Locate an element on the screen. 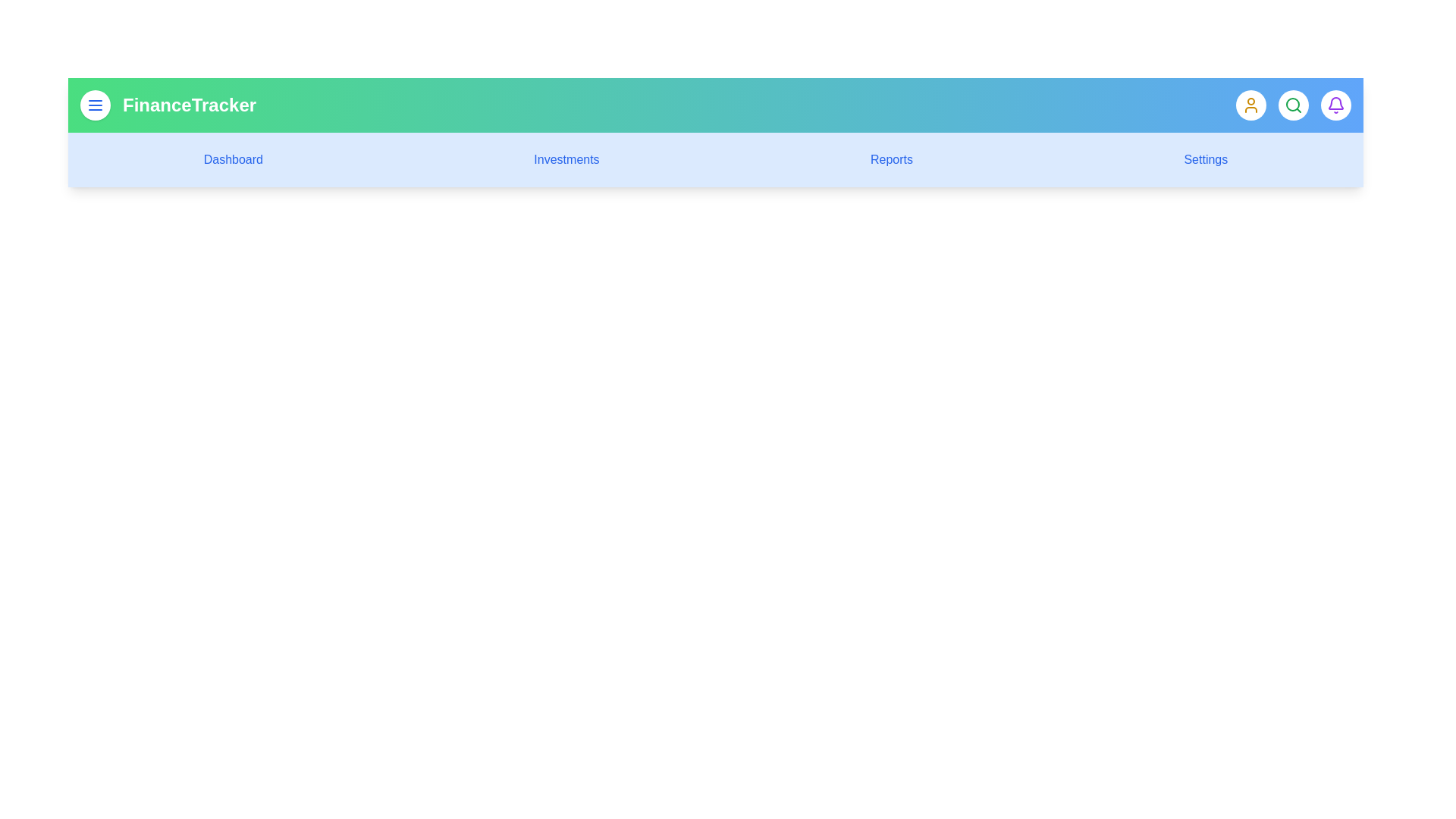 The image size is (1456, 819). the bell icon to check notifications is located at coordinates (1335, 104).